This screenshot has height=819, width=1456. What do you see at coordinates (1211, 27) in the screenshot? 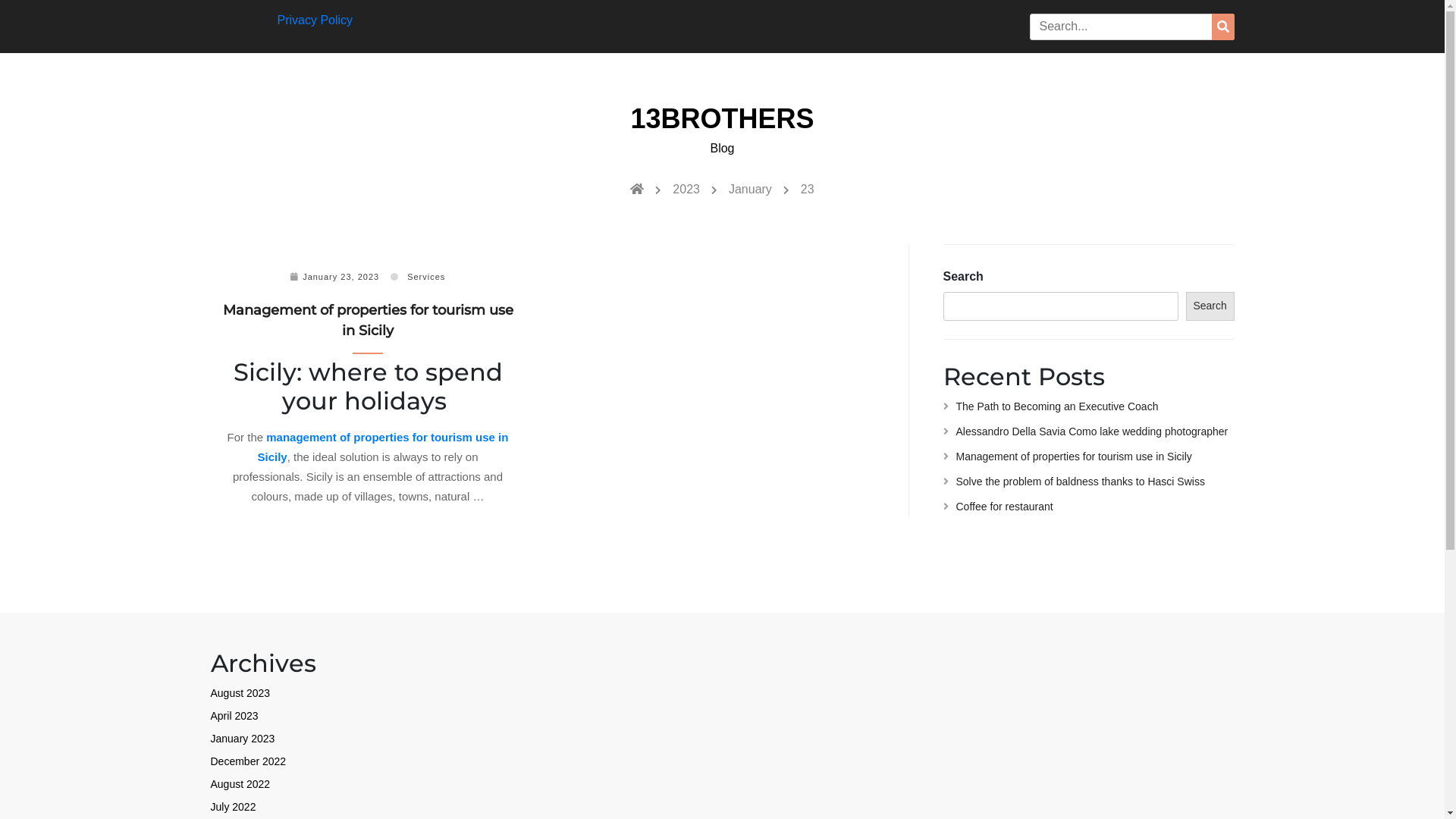
I see `'Search'` at bounding box center [1211, 27].